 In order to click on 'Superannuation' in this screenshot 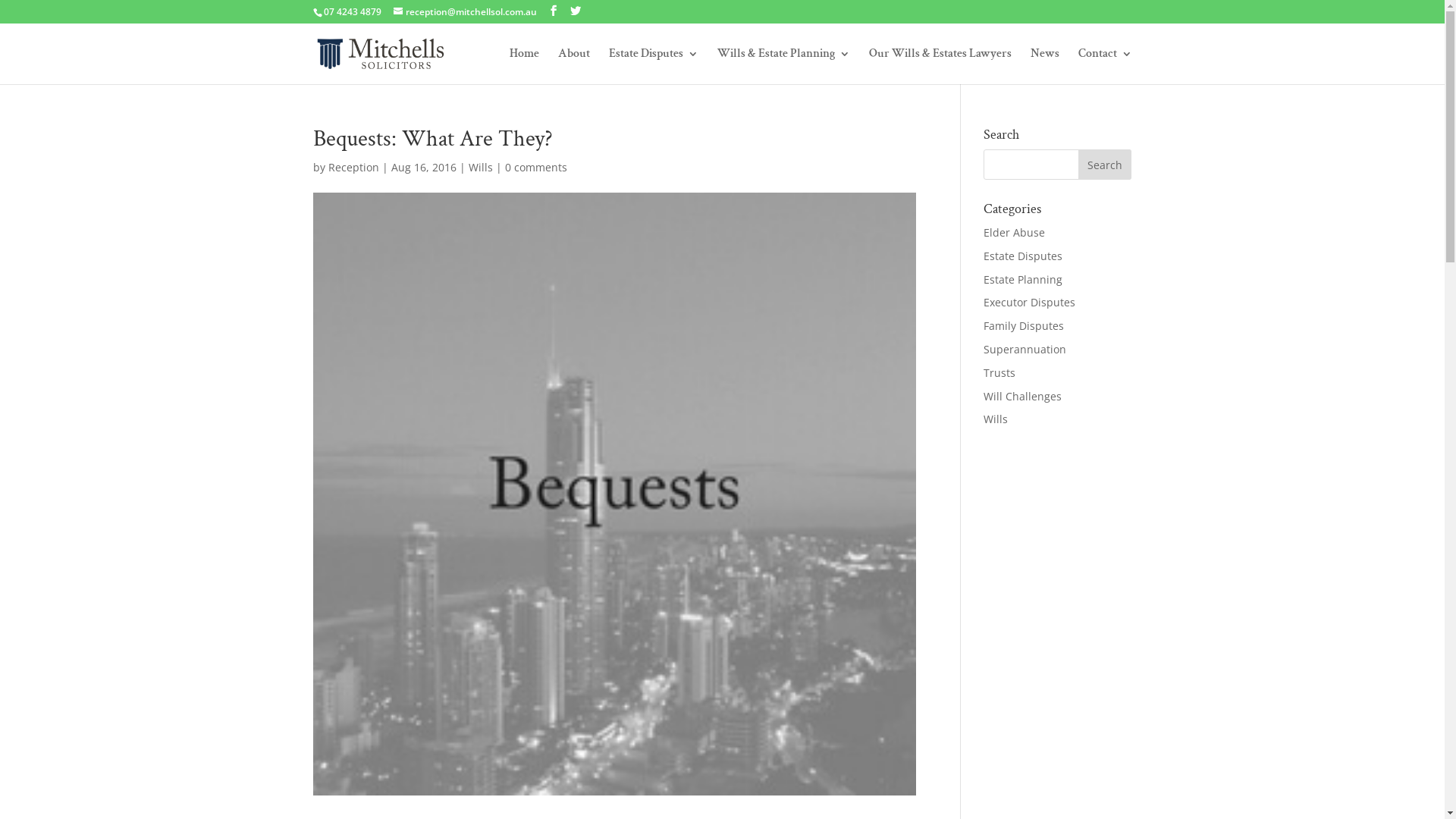, I will do `click(983, 349)`.